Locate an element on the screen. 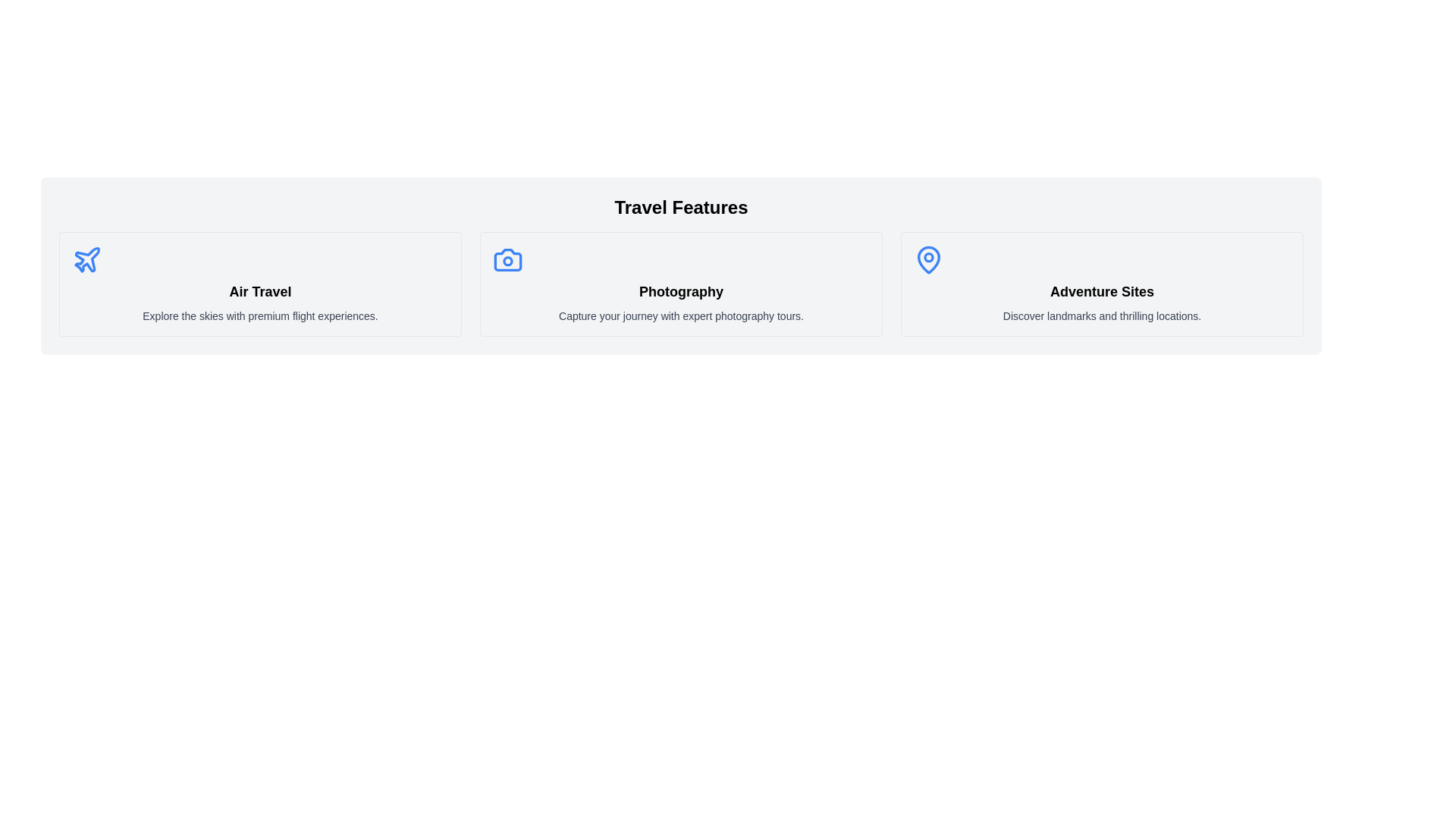  the small circular icon located at the center of the pin icon in the third card labeled 'Adventure Sites' under the 'Travel Features' section is located at coordinates (927, 256).